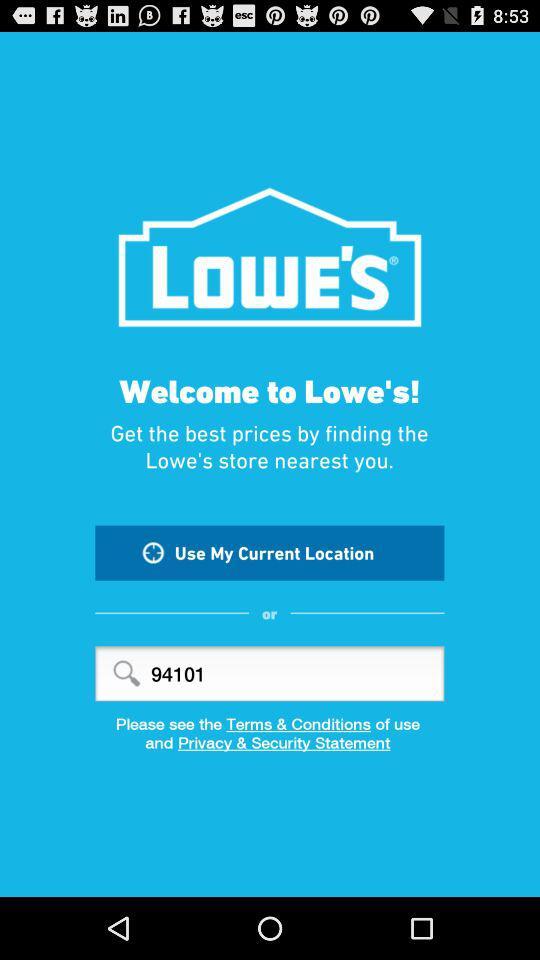 The image size is (540, 960). What do you see at coordinates (269, 552) in the screenshot?
I see `icon below get the best item` at bounding box center [269, 552].